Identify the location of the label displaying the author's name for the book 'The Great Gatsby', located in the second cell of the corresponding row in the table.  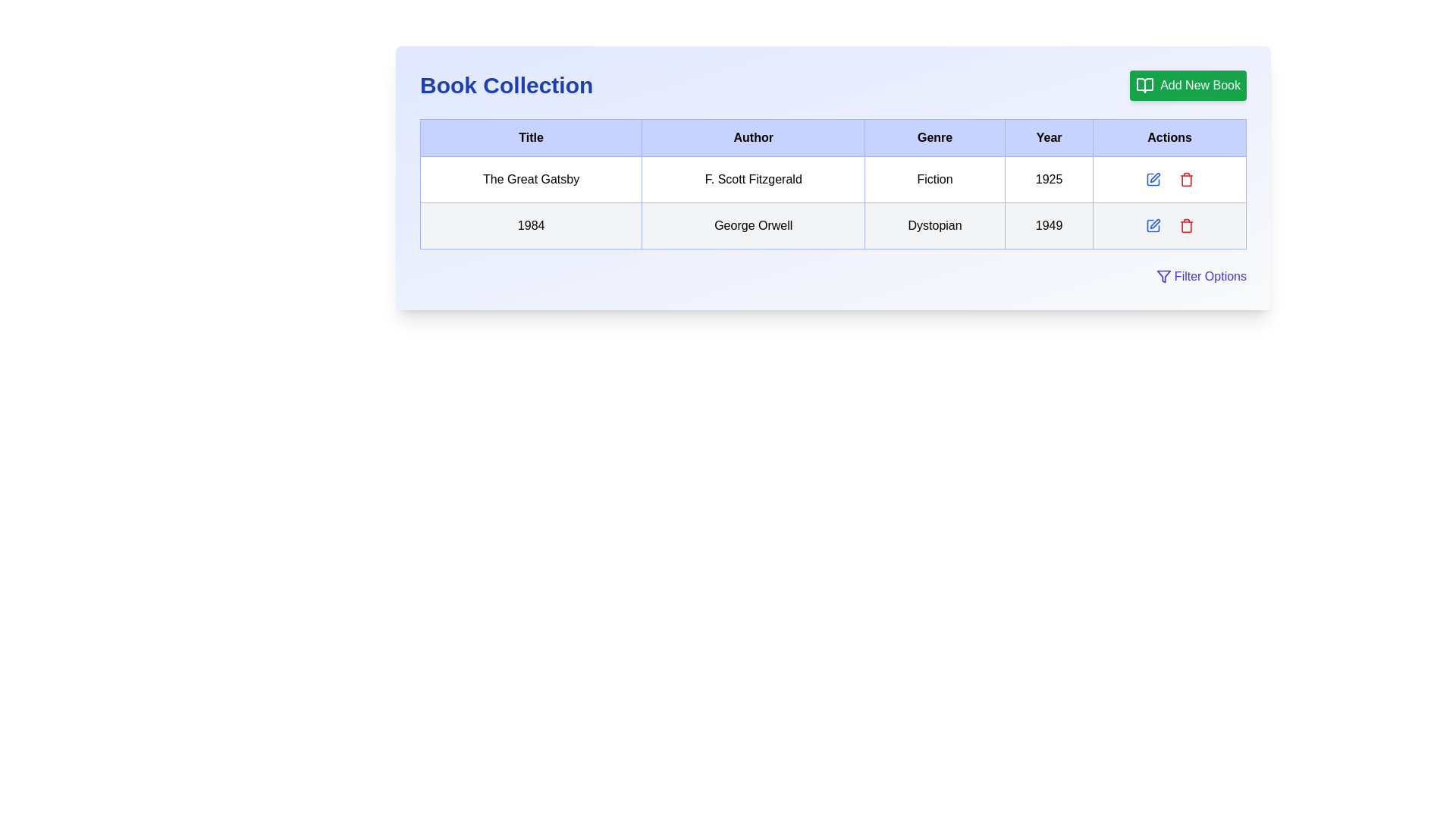
(753, 178).